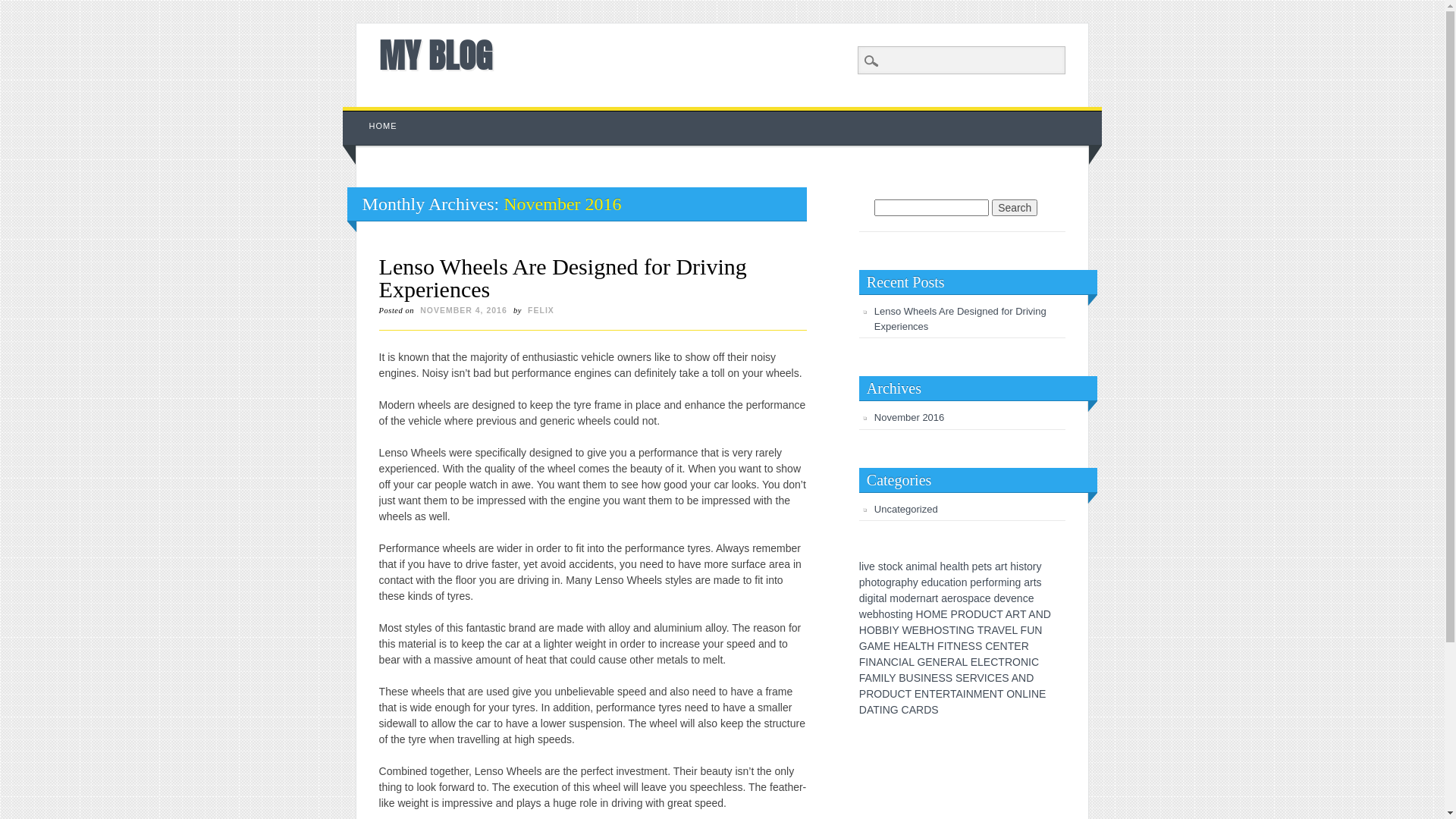 This screenshot has width=1456, height=819. What do you see at coordinates (930, 566) in the screenshot?
I see `'a'` at bounding box center [930, 566].